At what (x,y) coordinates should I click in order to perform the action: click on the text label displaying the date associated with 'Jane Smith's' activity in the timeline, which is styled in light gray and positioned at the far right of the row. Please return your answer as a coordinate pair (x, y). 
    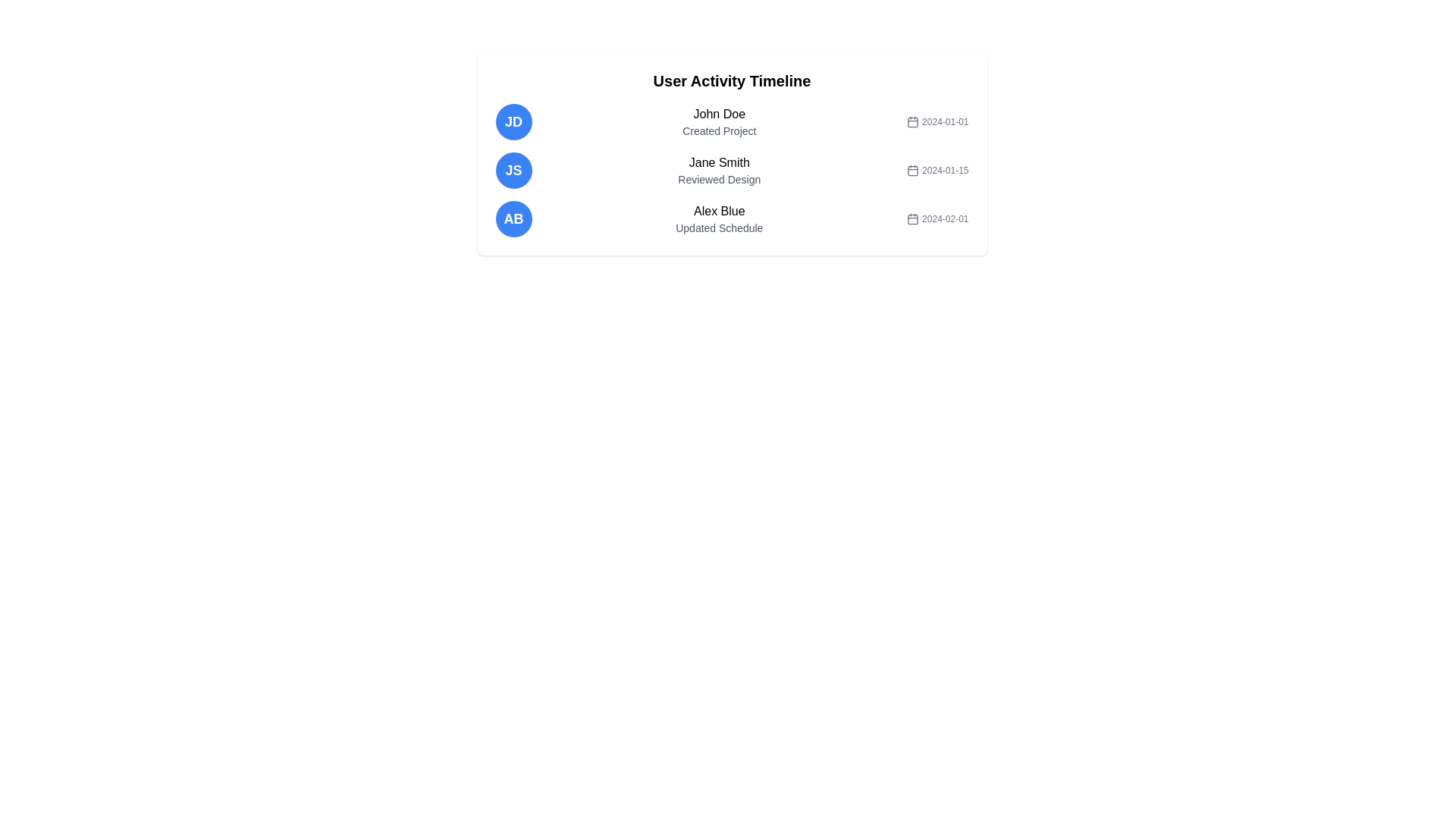
    Looking at the image, I should click on (937, 170).